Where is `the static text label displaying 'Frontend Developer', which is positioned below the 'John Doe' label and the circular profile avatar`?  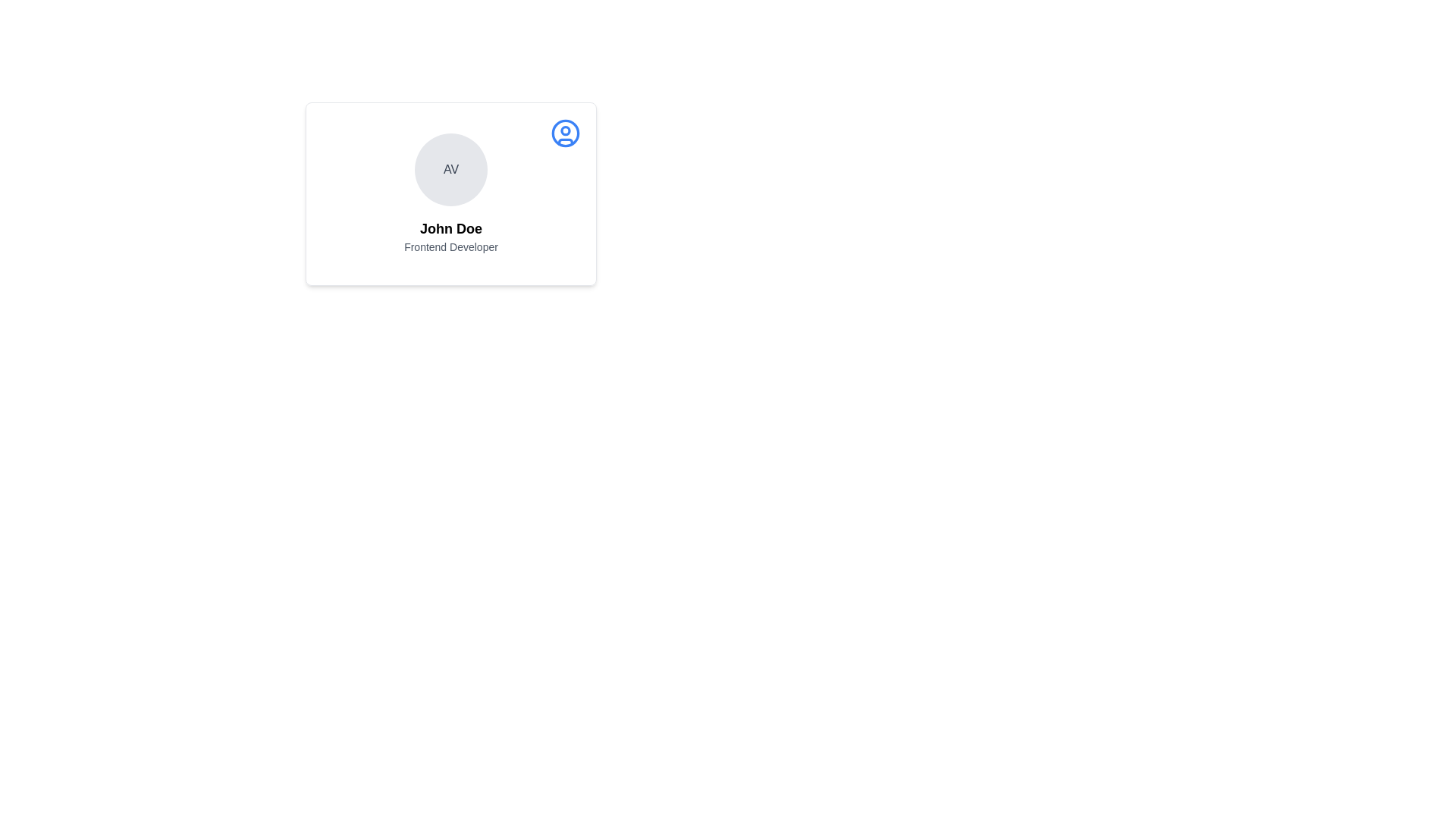
the static text label displaying 'Frontend Developer', which is positioned below the 'John Doe' label and the circular profile avatar is located at coordinates (450, 246).